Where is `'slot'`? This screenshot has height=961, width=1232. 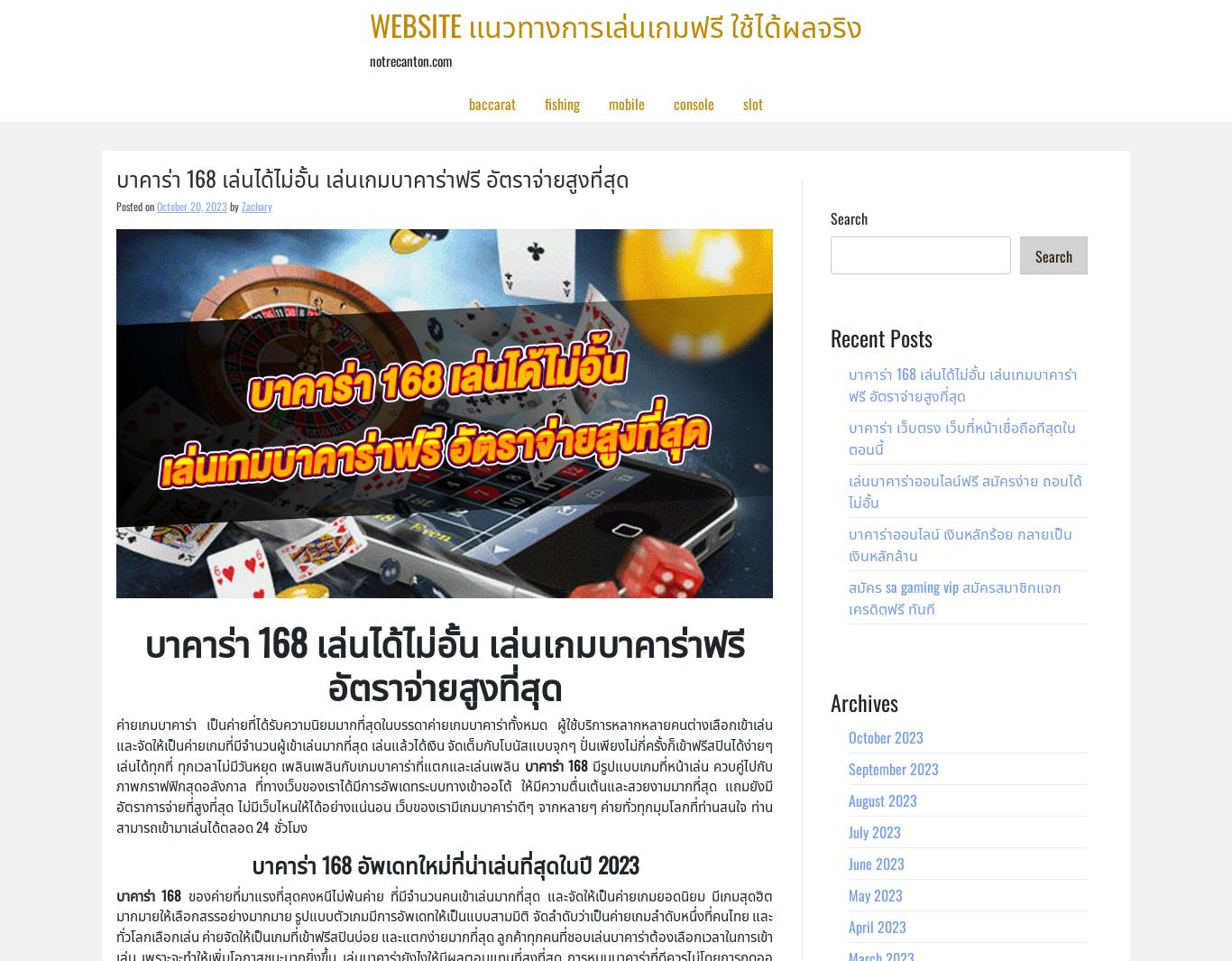 'slot' is located at coordinates (752, 101).